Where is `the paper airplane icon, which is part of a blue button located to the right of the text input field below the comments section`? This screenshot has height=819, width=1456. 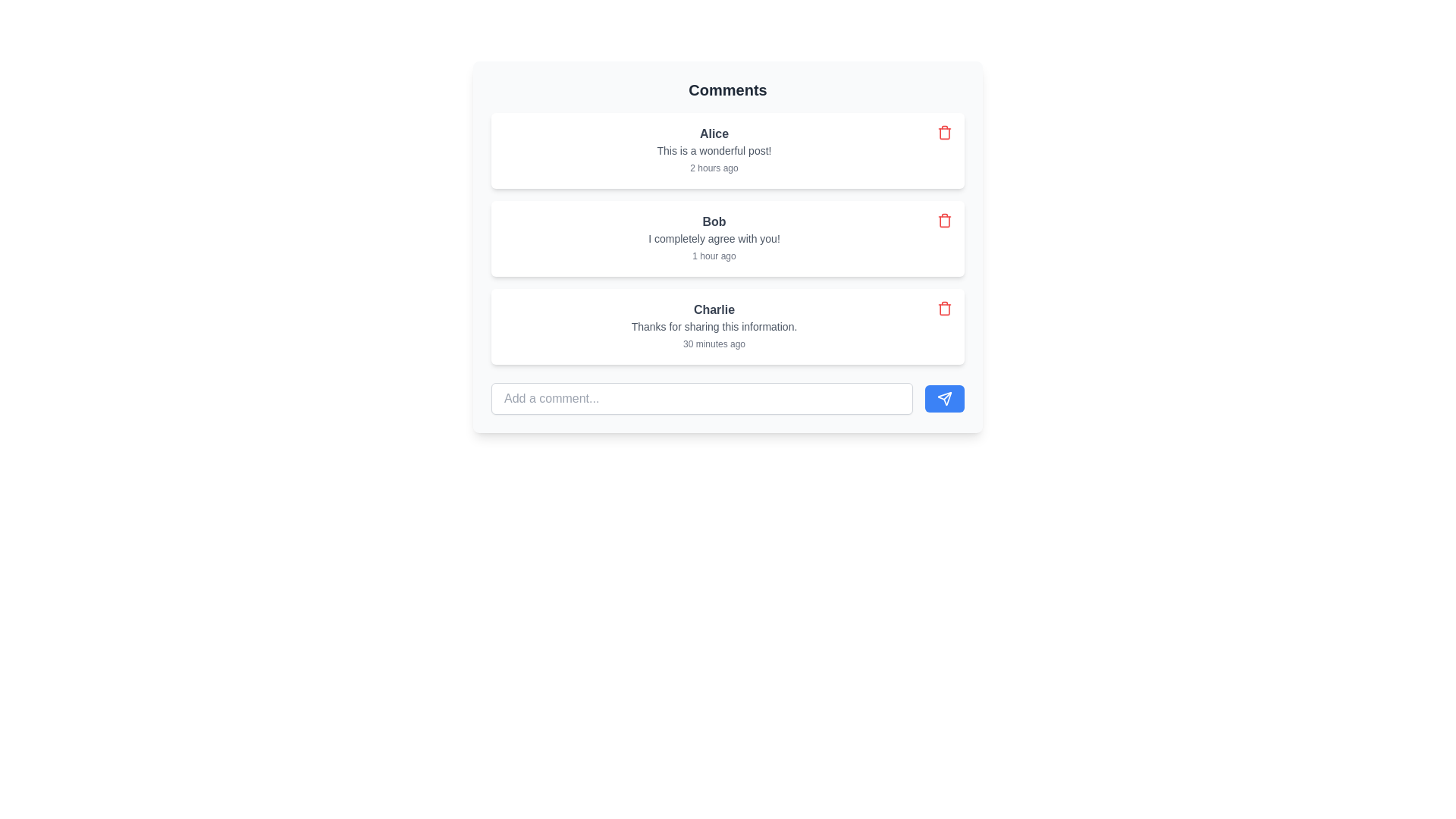
the paper airplane icon, which is part of a blue button located to the right of the text input field below the comments section is located at coordinates (944, 397).